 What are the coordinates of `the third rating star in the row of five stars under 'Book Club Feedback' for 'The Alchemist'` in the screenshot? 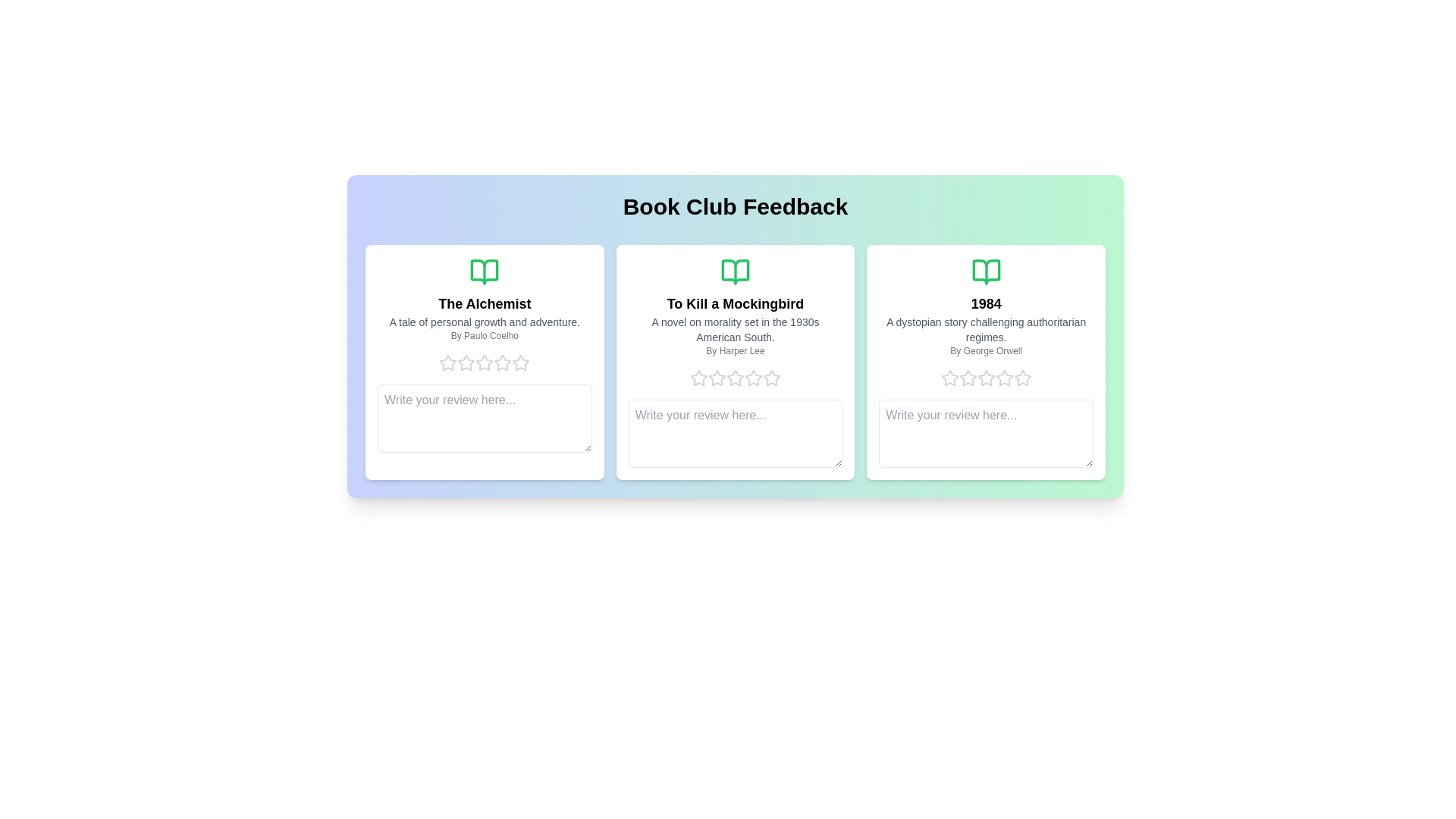 It's located at (484, 362).